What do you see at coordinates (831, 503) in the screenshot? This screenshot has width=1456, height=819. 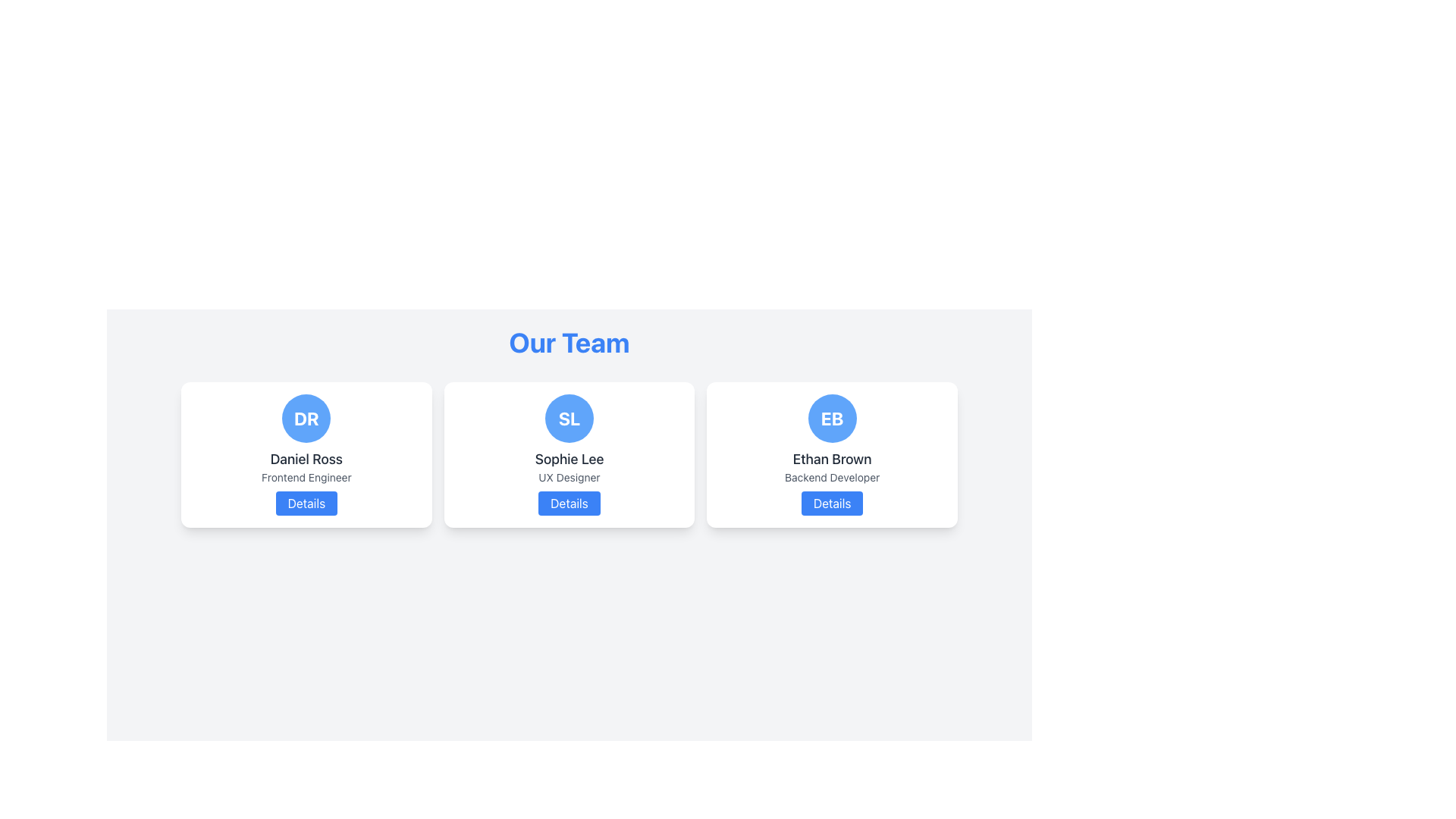 I see `the rectangular button labeled 'Details' with a blue background located at the bottom of the card for 'Ethan Brown', the Backend Developer` at bounding box center [831, 503].